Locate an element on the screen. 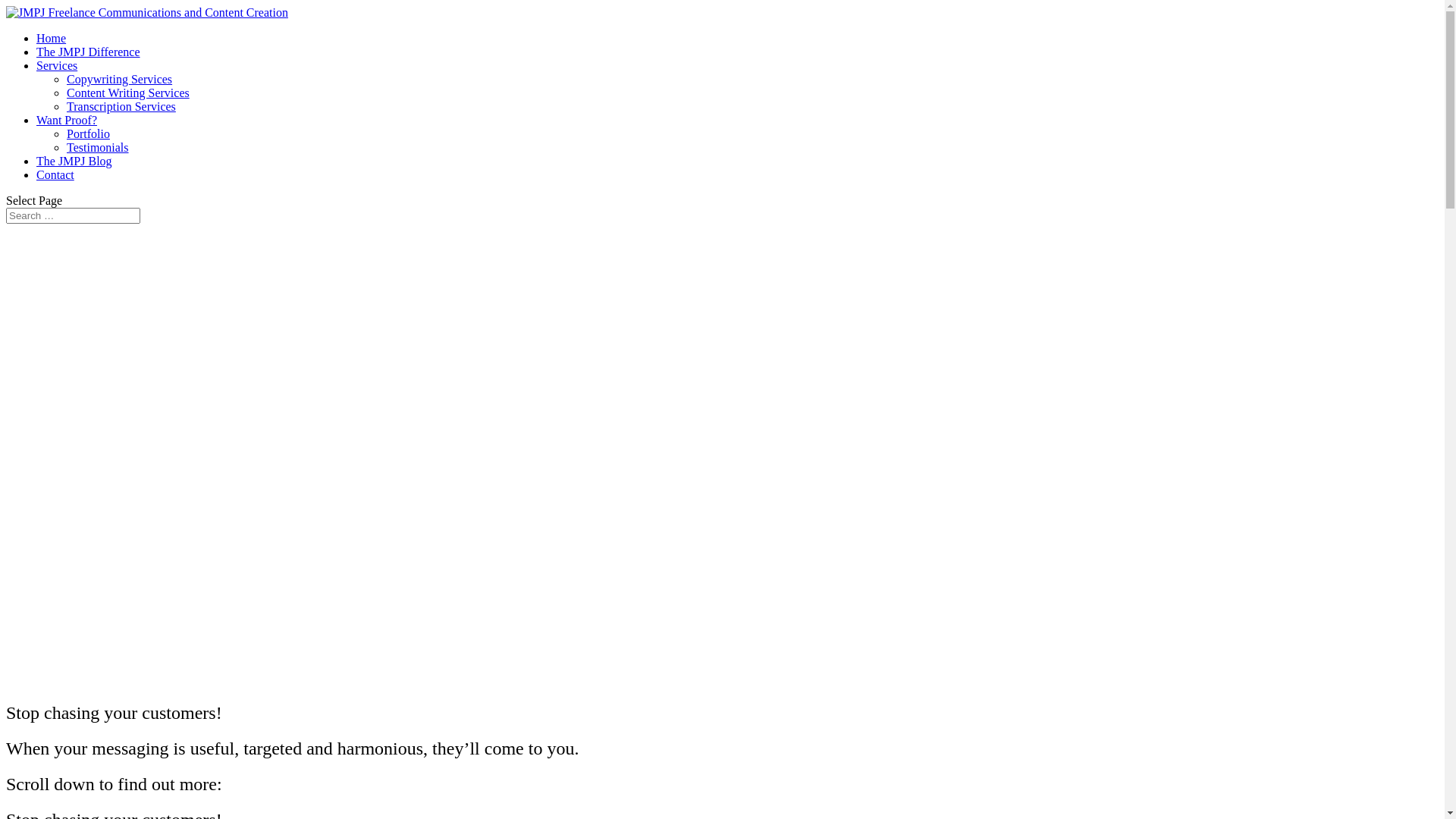 The width and height of the screenshot is (1456, 819). 'Services' is located at coordinates (57, 64).